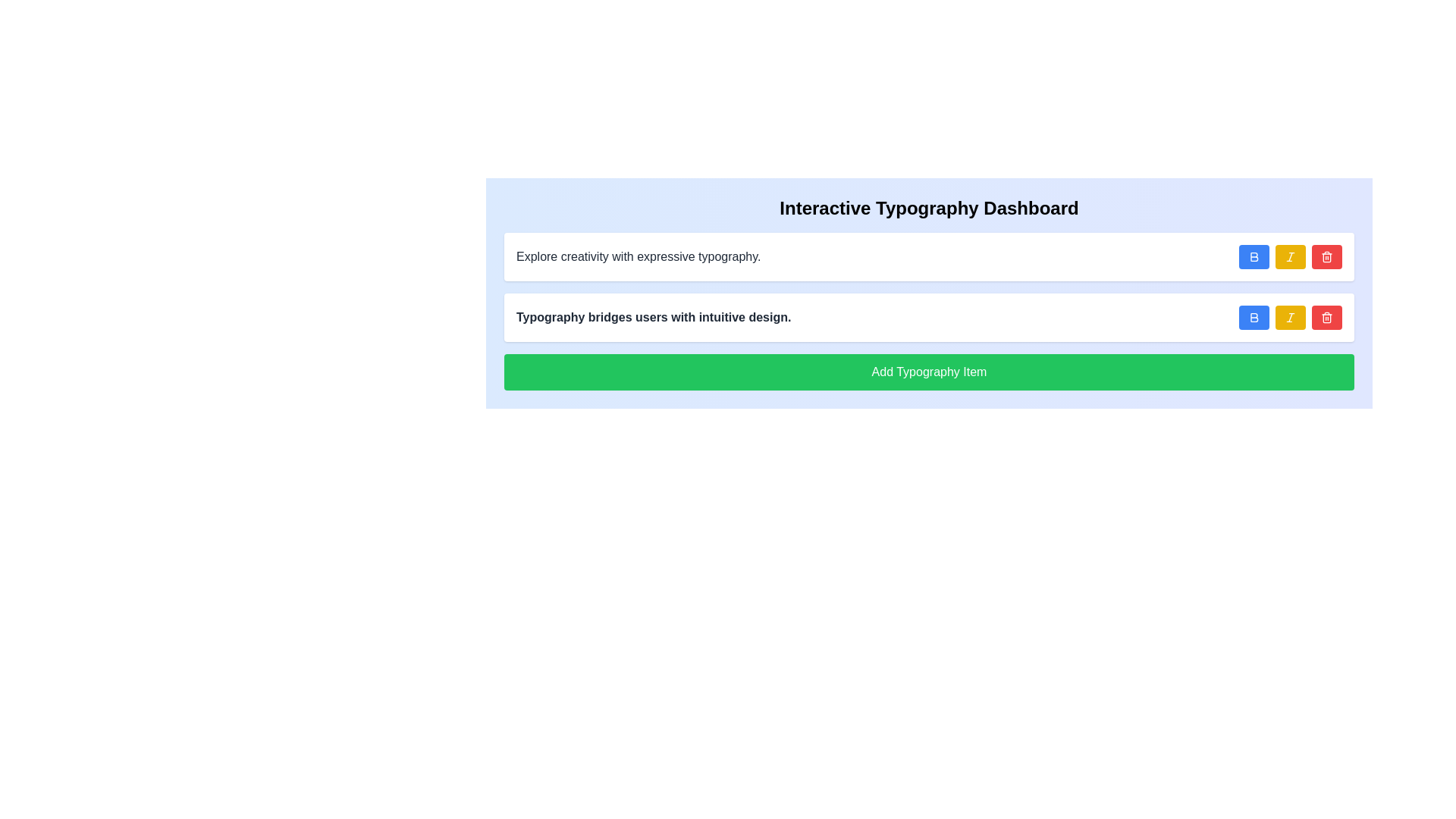  Describe the element at coordinates (1290, 256) in the screenshot. I see `the italic styling icon in the formatting toolbar` at that location.